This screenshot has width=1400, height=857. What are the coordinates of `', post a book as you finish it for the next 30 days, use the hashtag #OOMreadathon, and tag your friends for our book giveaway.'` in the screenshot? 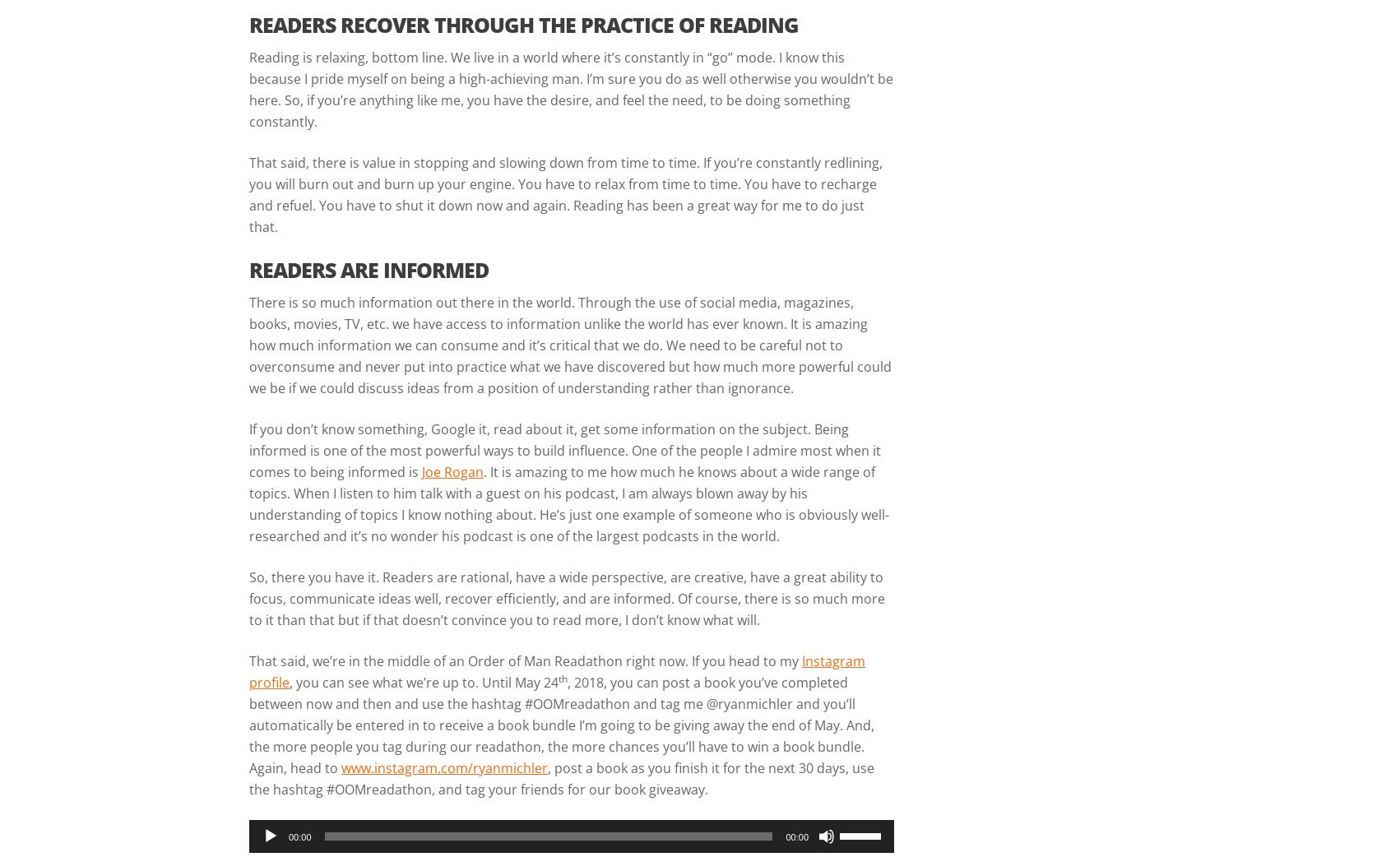 It's located at (562, 777).